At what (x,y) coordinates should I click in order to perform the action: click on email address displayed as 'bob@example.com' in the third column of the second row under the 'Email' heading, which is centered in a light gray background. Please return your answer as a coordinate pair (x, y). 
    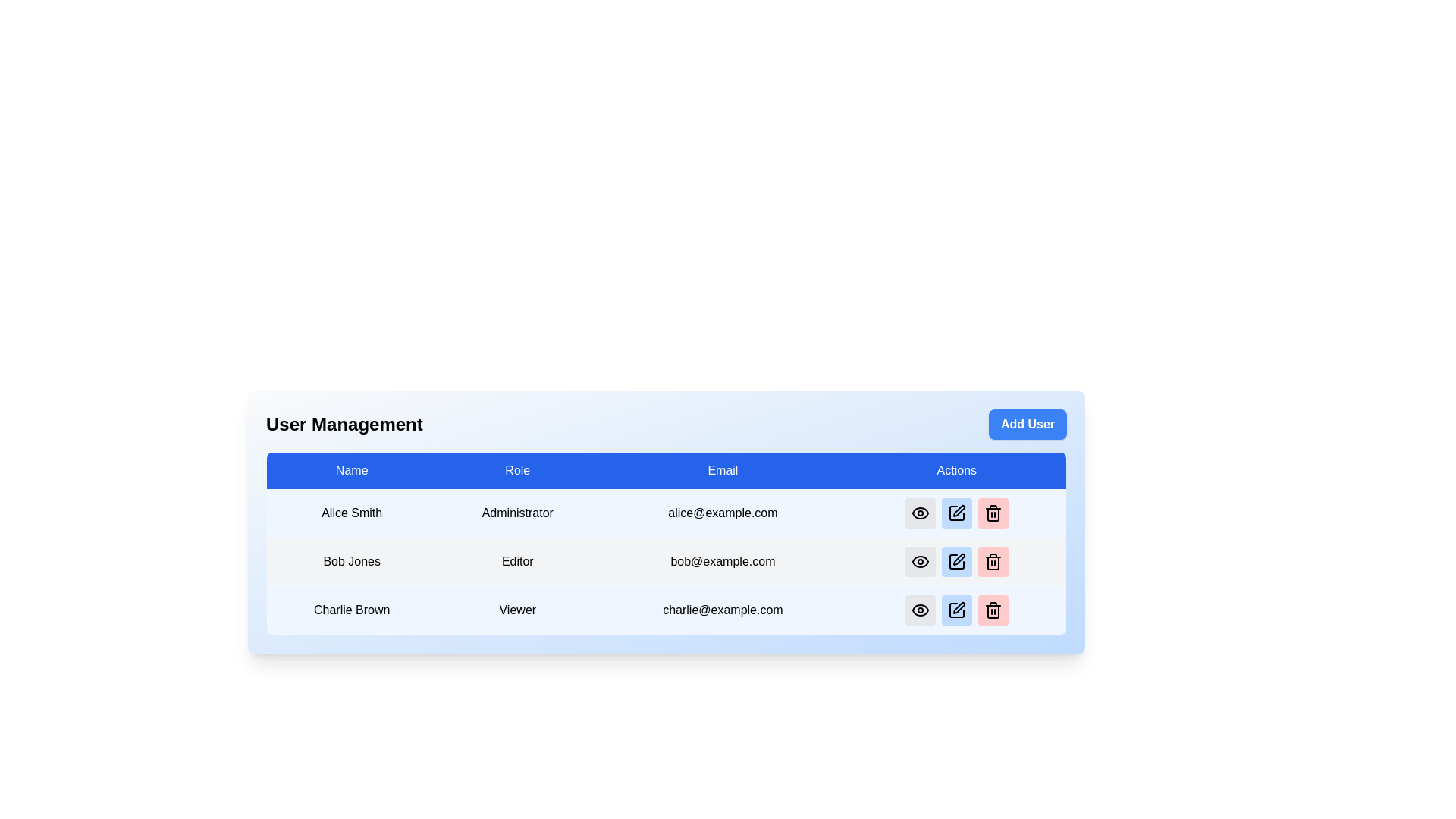
    Looking at the image, I should click on (722, 561).